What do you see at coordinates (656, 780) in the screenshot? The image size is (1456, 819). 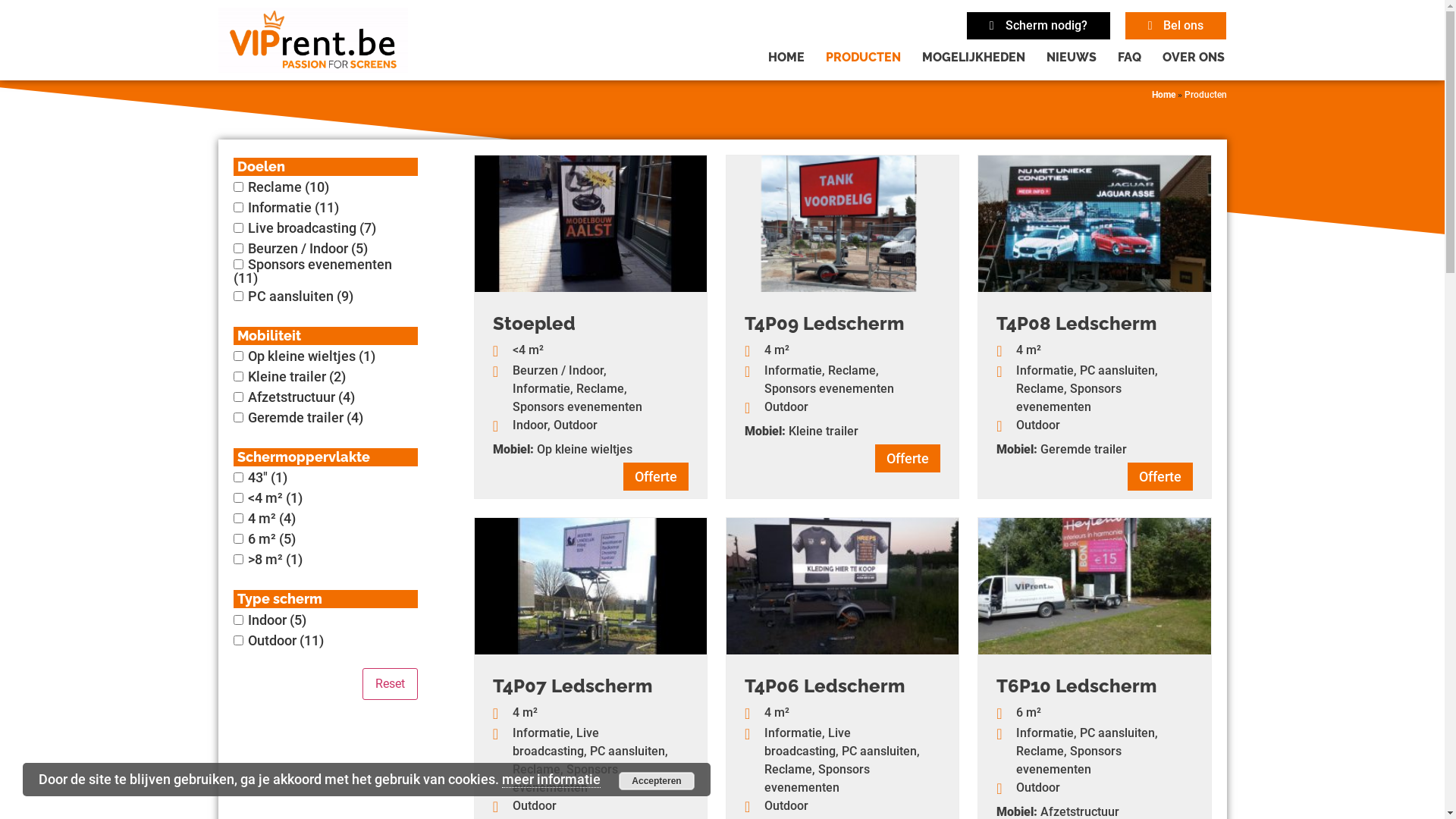 I see `'Accepteren'` at bounding box center [656, 780].